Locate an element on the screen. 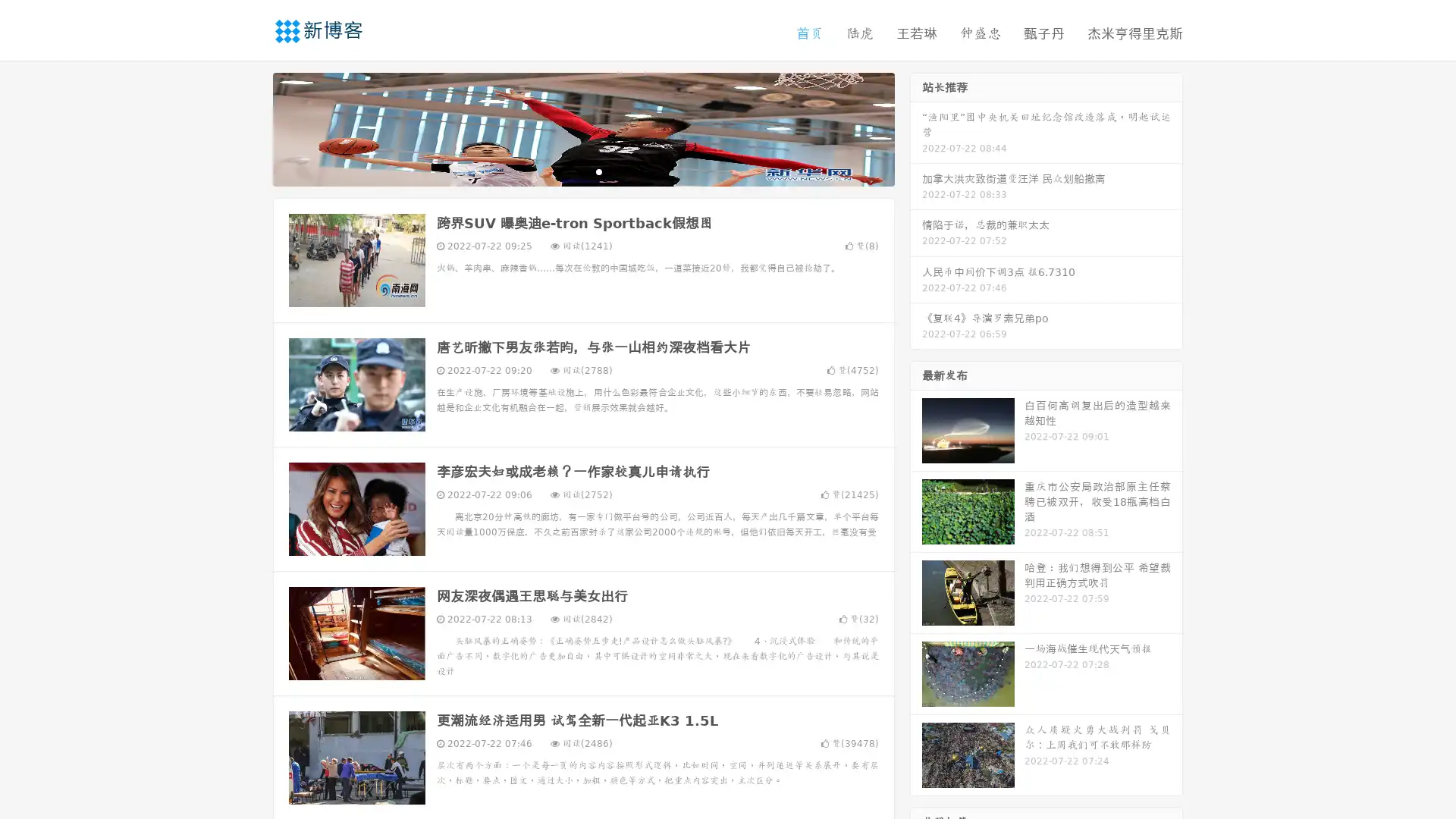 This screenshot has height=819, width=1456. Go to slide 3 is located at coordinates (598, 171).